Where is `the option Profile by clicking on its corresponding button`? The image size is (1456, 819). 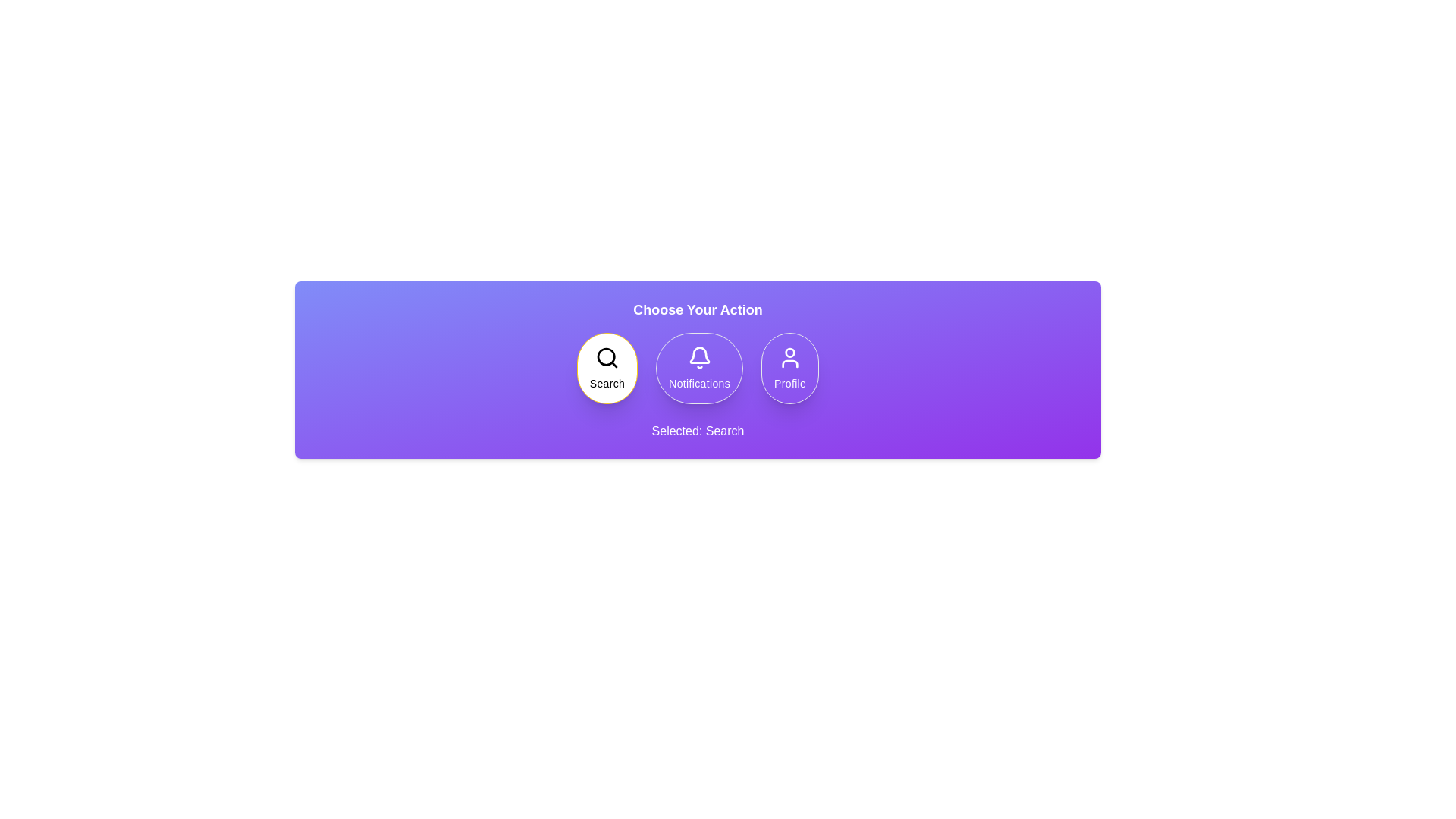
the option Profile by clicking on its corresponding button is located at coordinates (789, 369).